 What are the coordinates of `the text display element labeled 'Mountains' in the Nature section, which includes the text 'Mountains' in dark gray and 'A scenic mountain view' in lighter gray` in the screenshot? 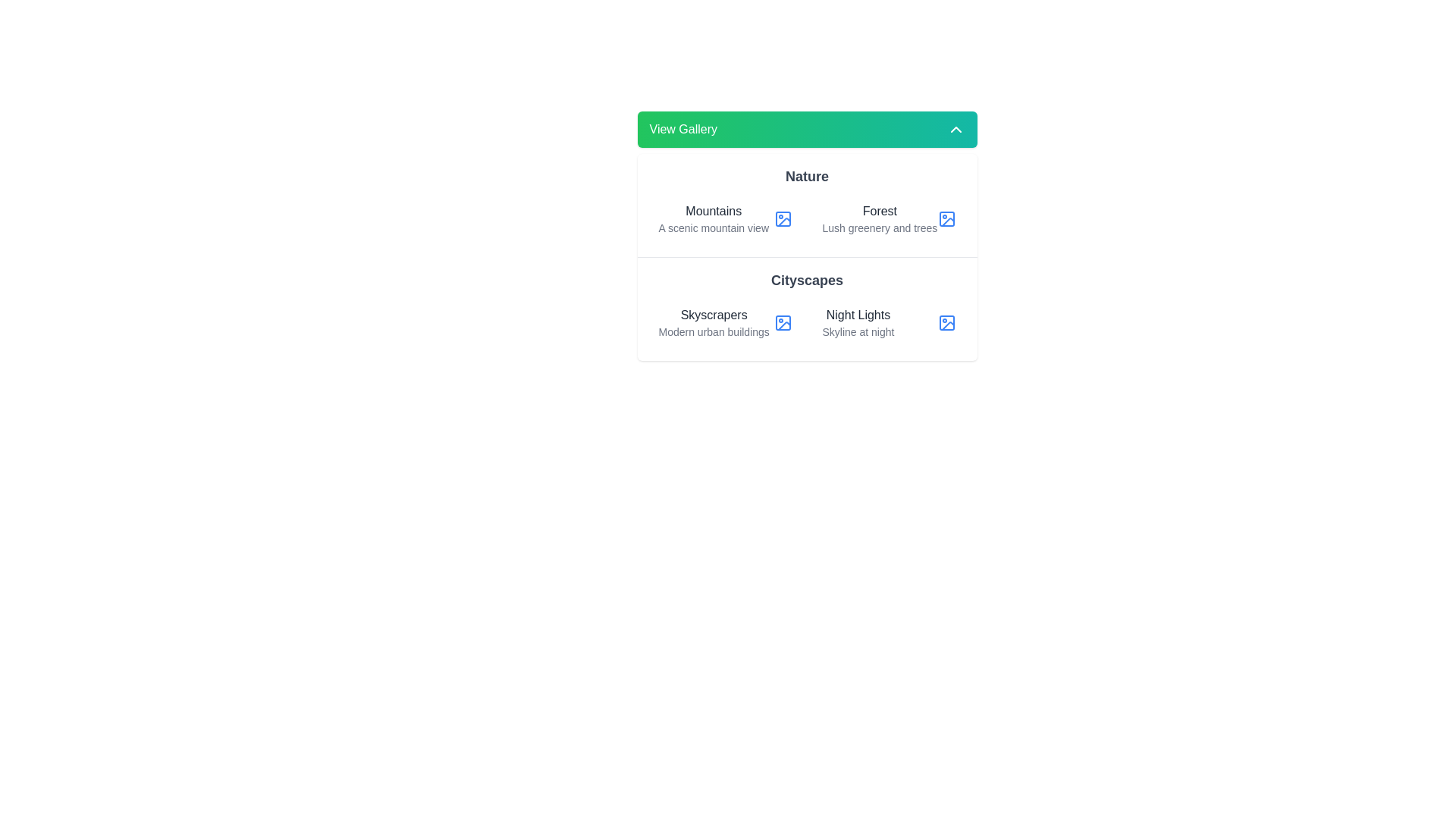 It's located at (713, 219).